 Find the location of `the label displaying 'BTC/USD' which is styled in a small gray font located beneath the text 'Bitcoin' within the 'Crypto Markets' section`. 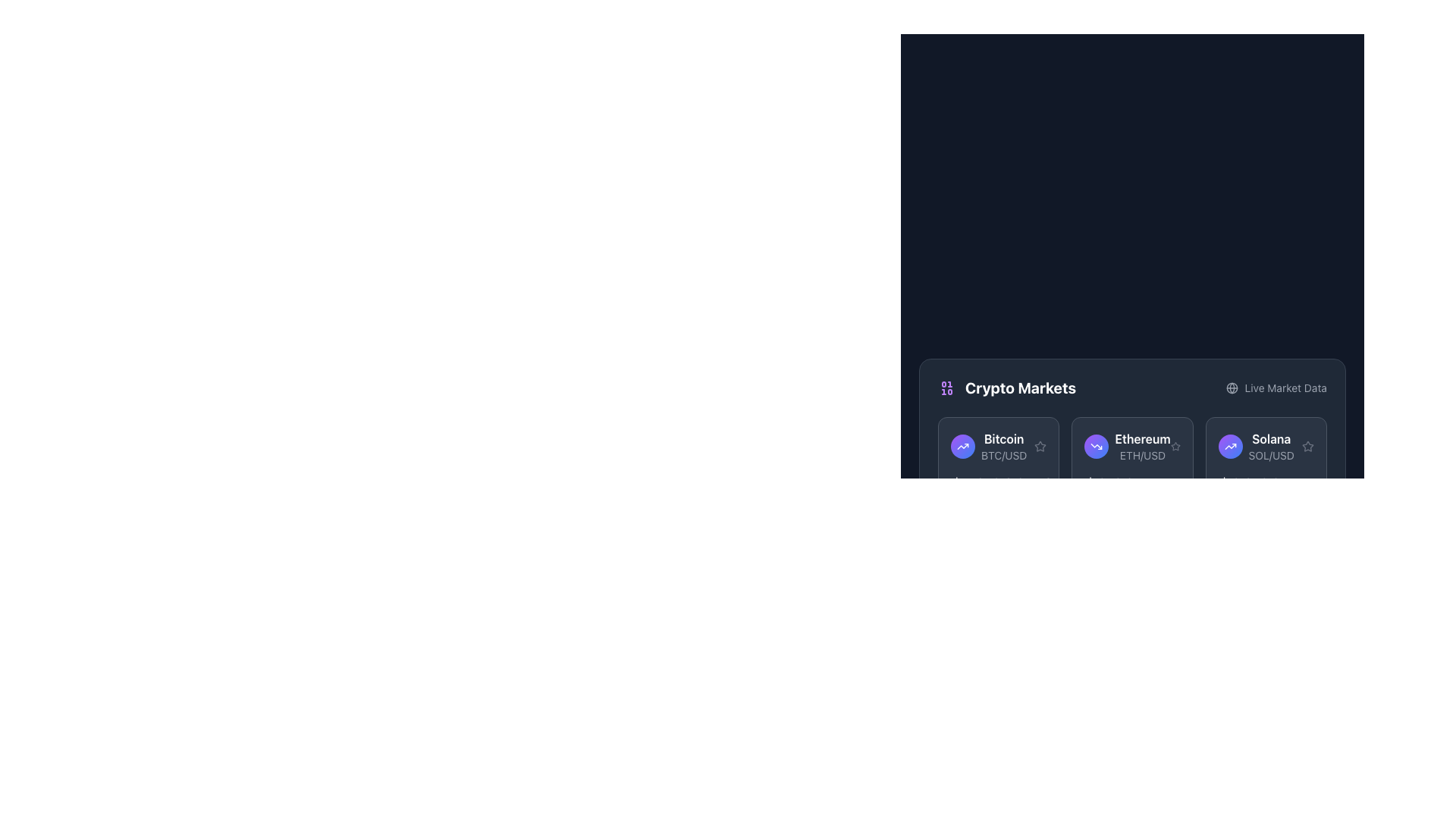

the label displaying 'BTC/USD' which is styled in a small gray font located beneath the text 'Bitcoin' within the 'Crypto Markets' section is located at coordinates (1004, 455).